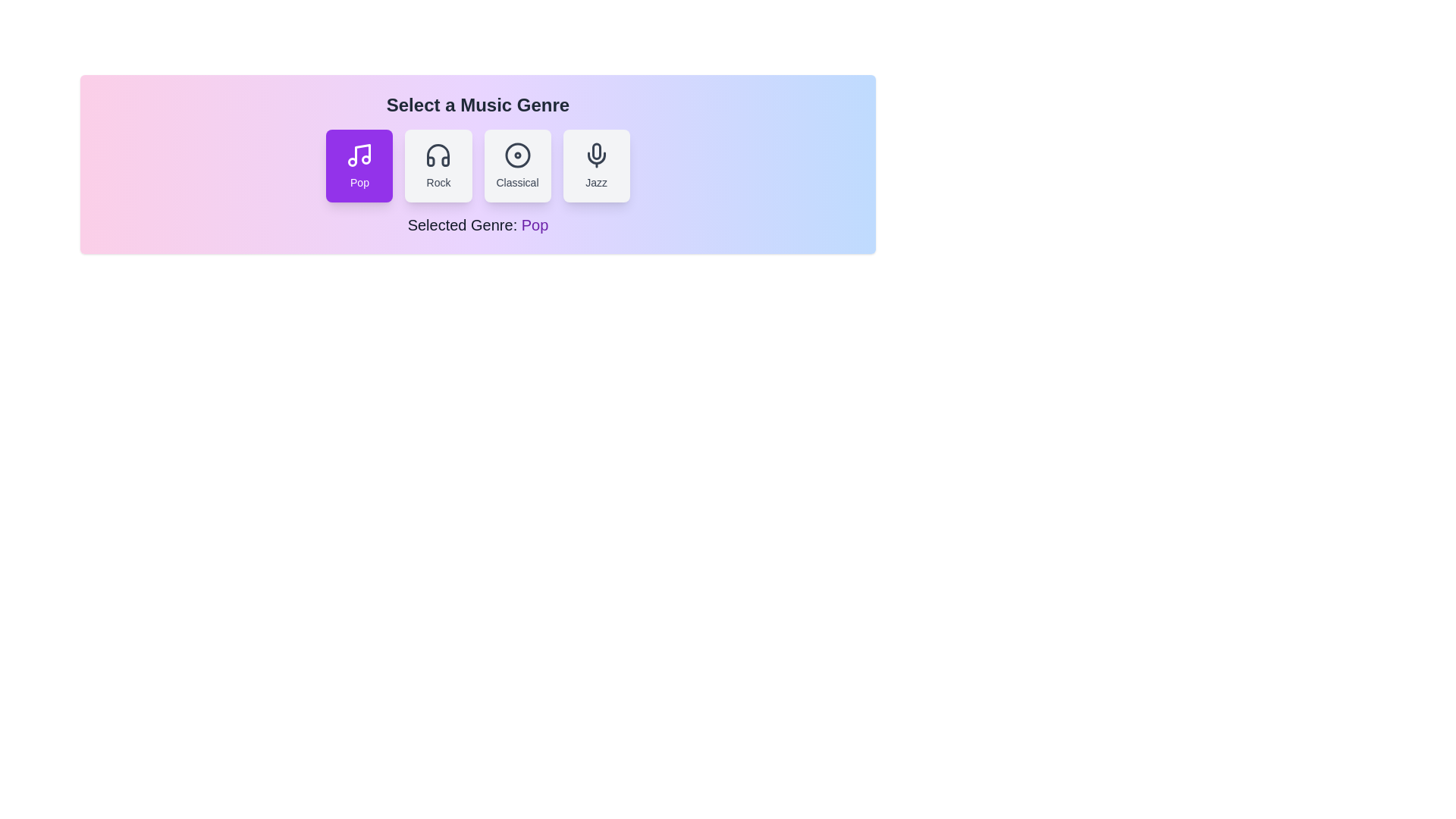 This screenshot has height=819, width=1456. Describe the element at coordinates (595, 166) in the screenshot. I see `the button corresponding to the genre jazz` at that location.